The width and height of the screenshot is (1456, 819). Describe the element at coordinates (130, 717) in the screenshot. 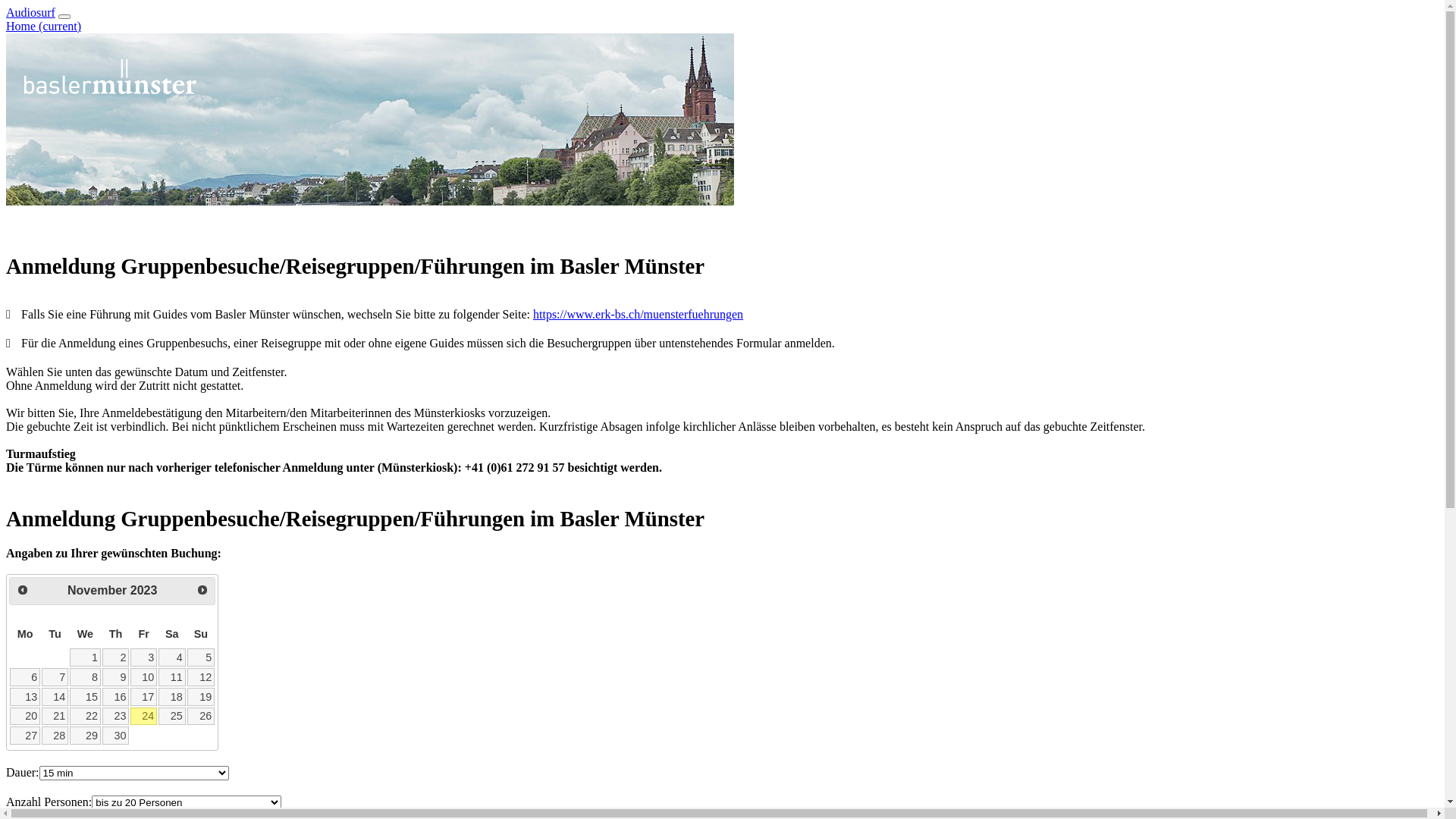

I see `'24'` at that location.